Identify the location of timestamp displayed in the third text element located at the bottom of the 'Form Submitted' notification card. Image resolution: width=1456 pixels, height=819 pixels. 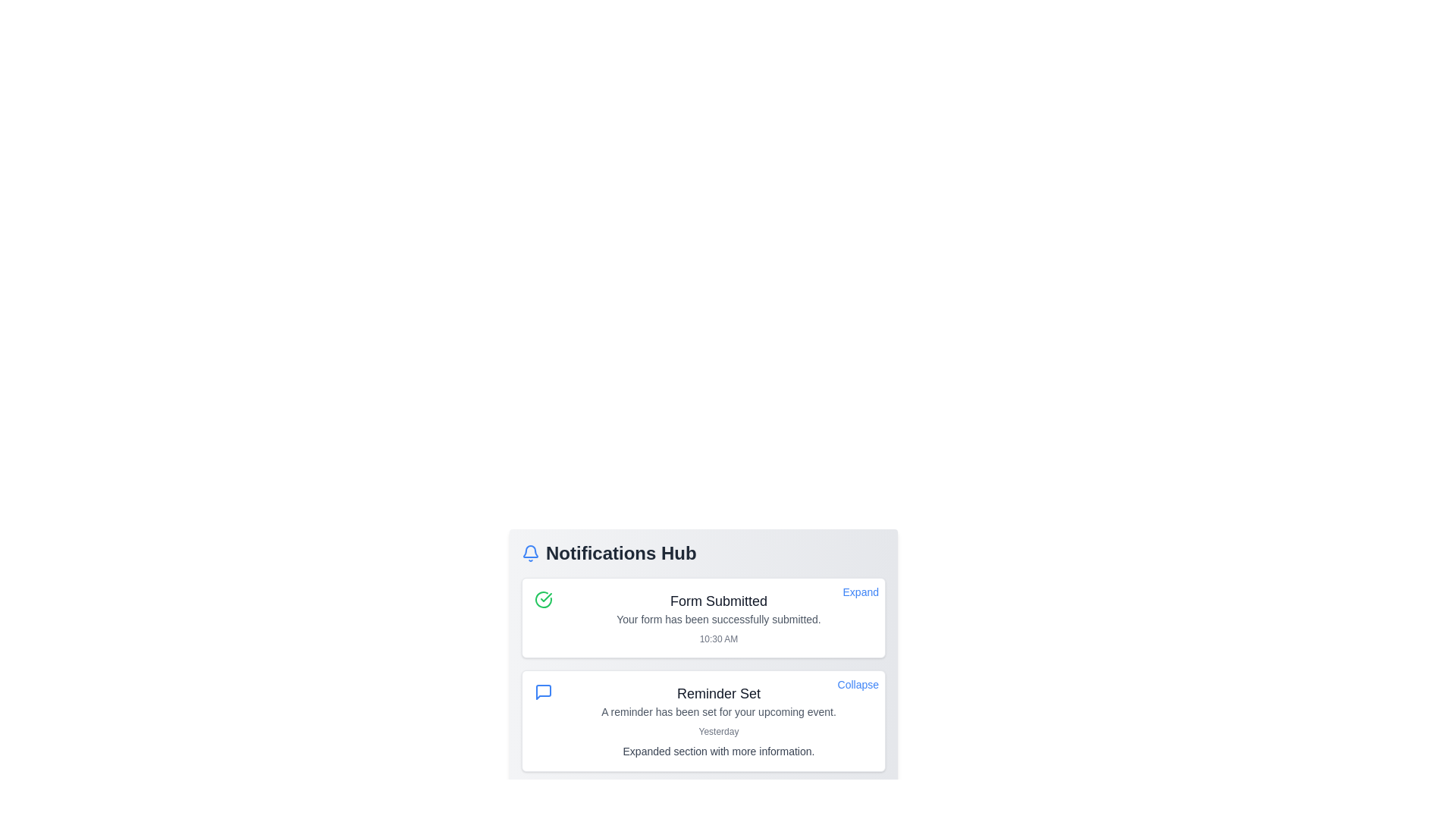
(718, 636).